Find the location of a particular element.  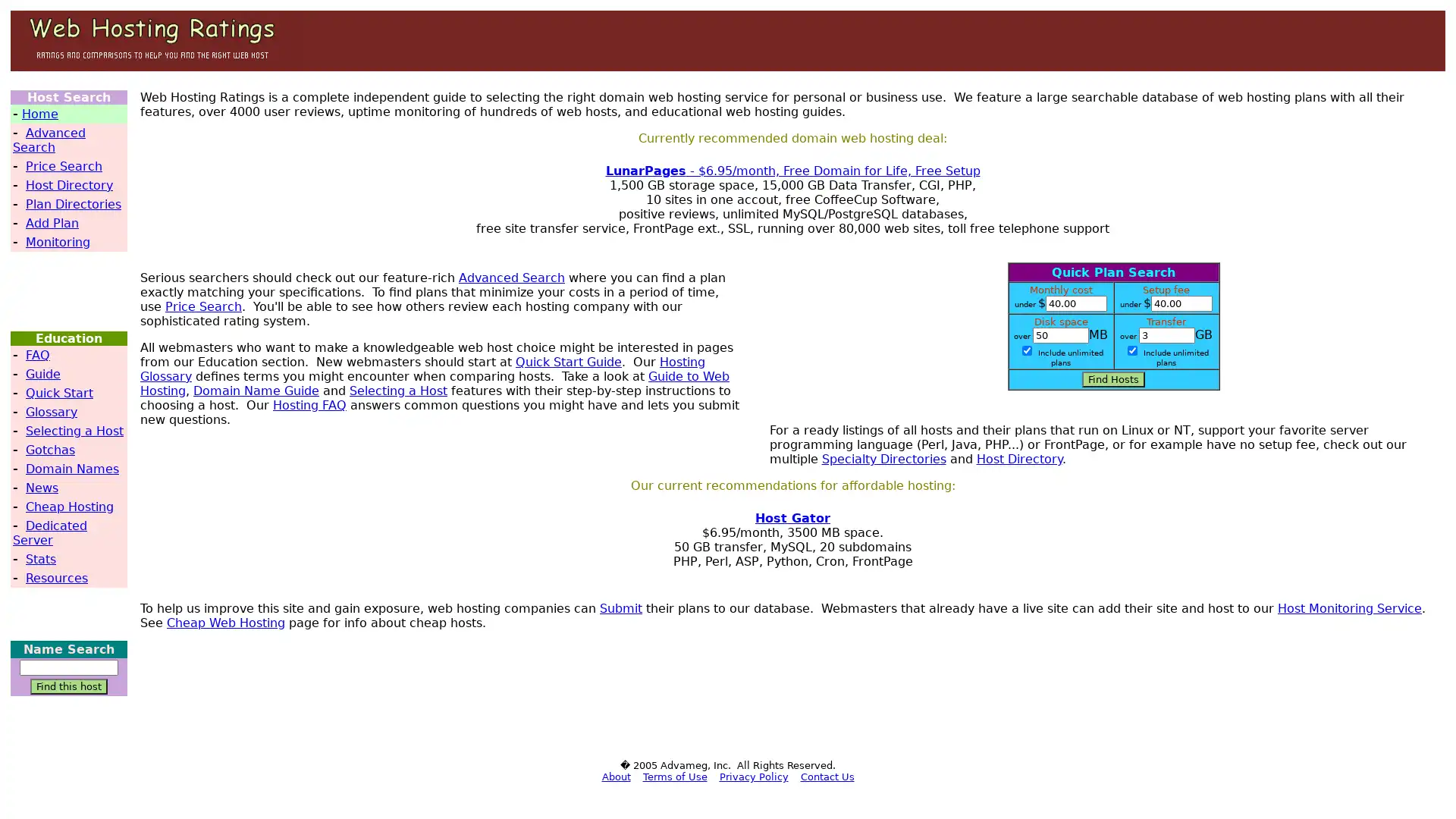

Find Hosts is located at coordinates (1113, 378).